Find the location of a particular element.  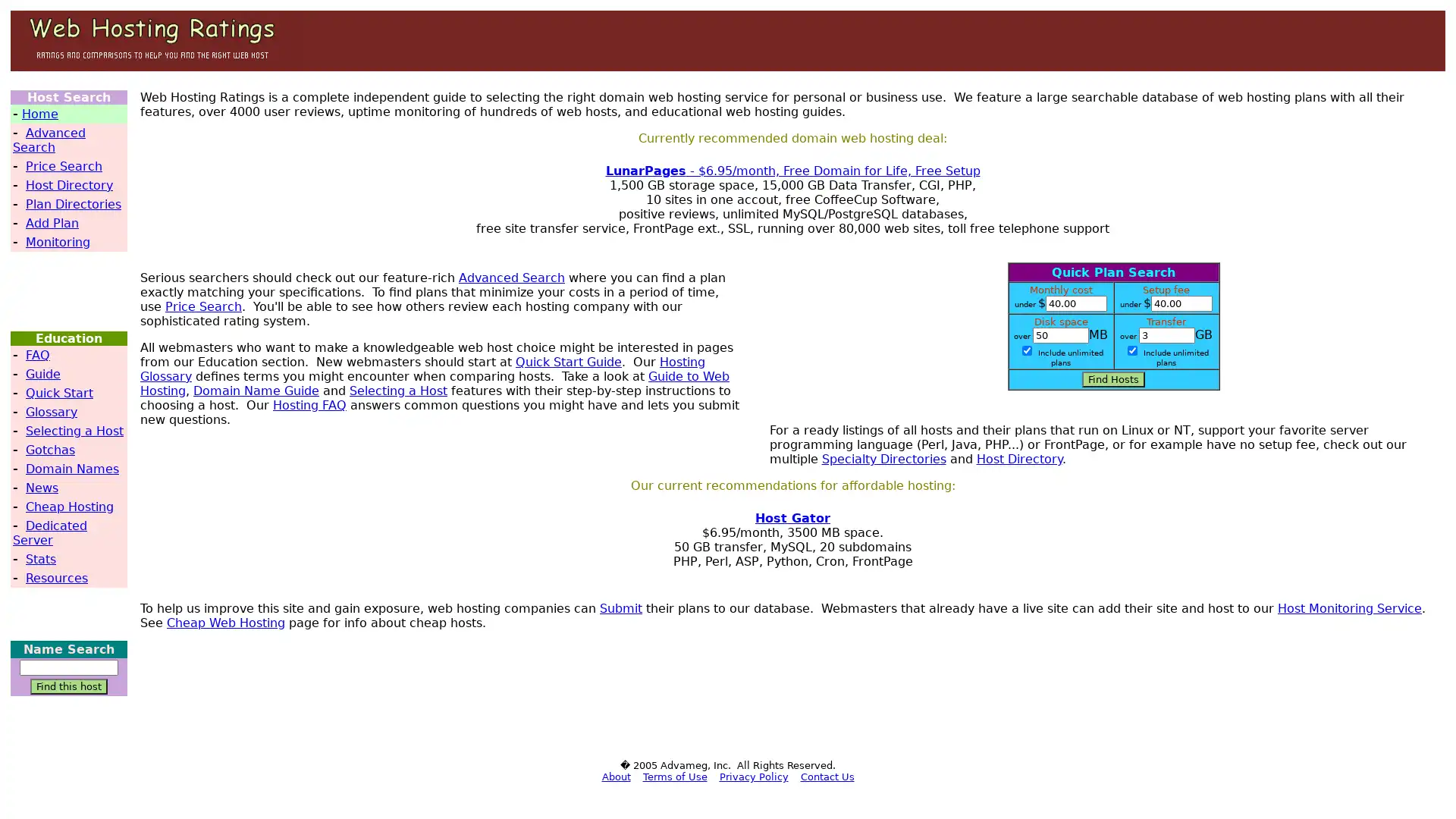

Find Hosts is located at coordinates (1113, 378).